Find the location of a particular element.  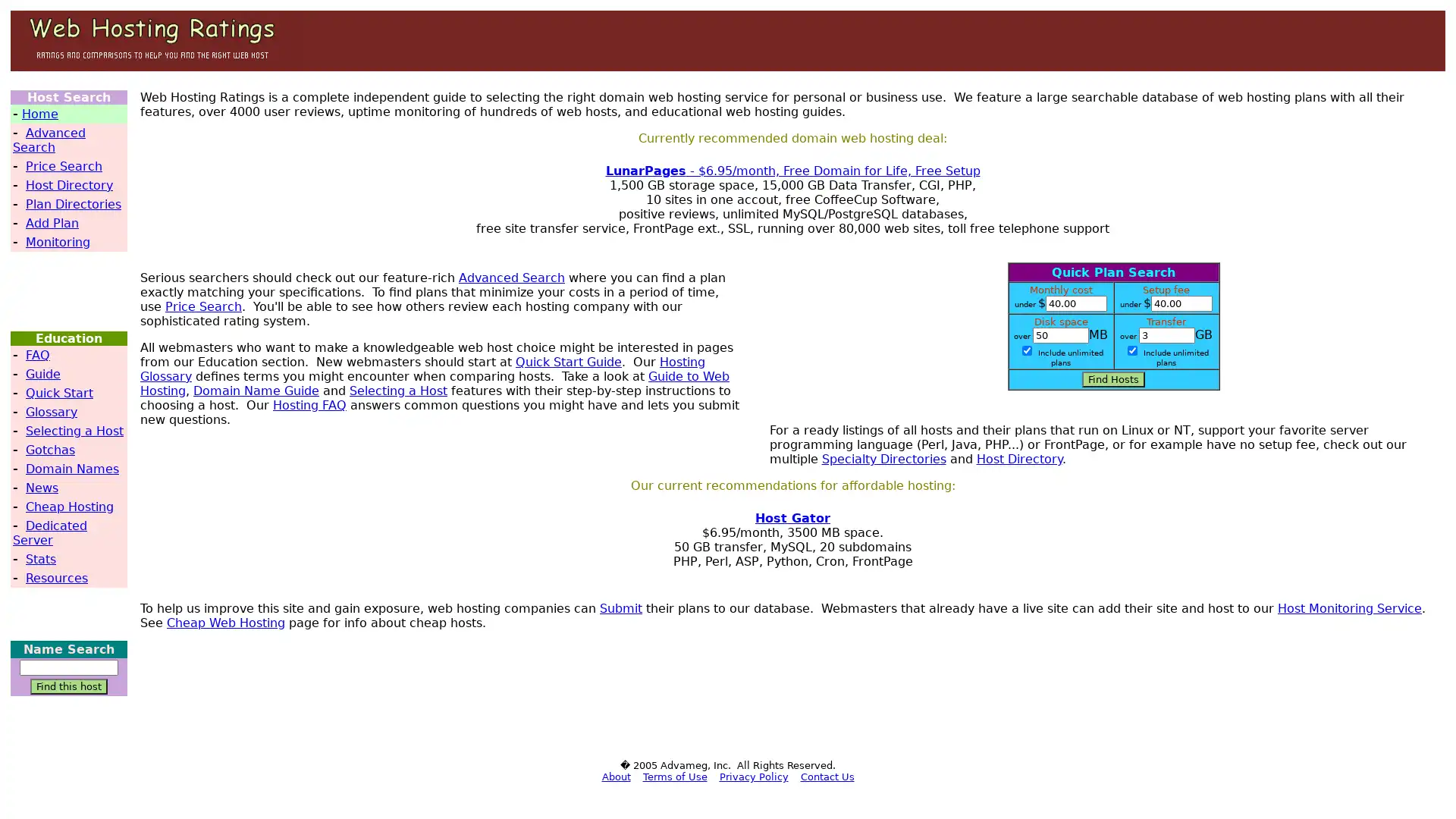

Find Hosts is located at coordinates (1113, 378).